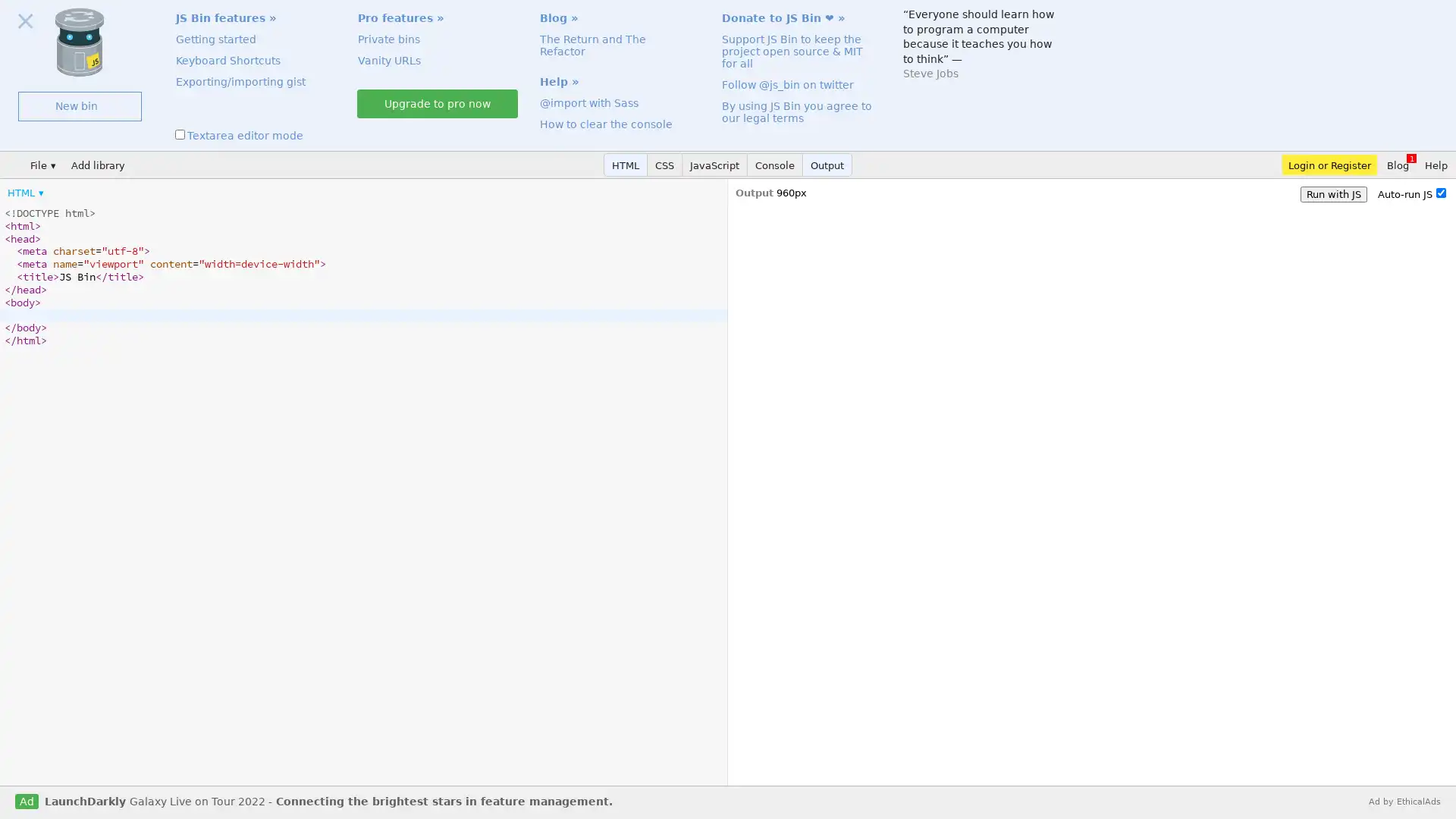  I want to click on Output Panel: Active, so click(827, 165).